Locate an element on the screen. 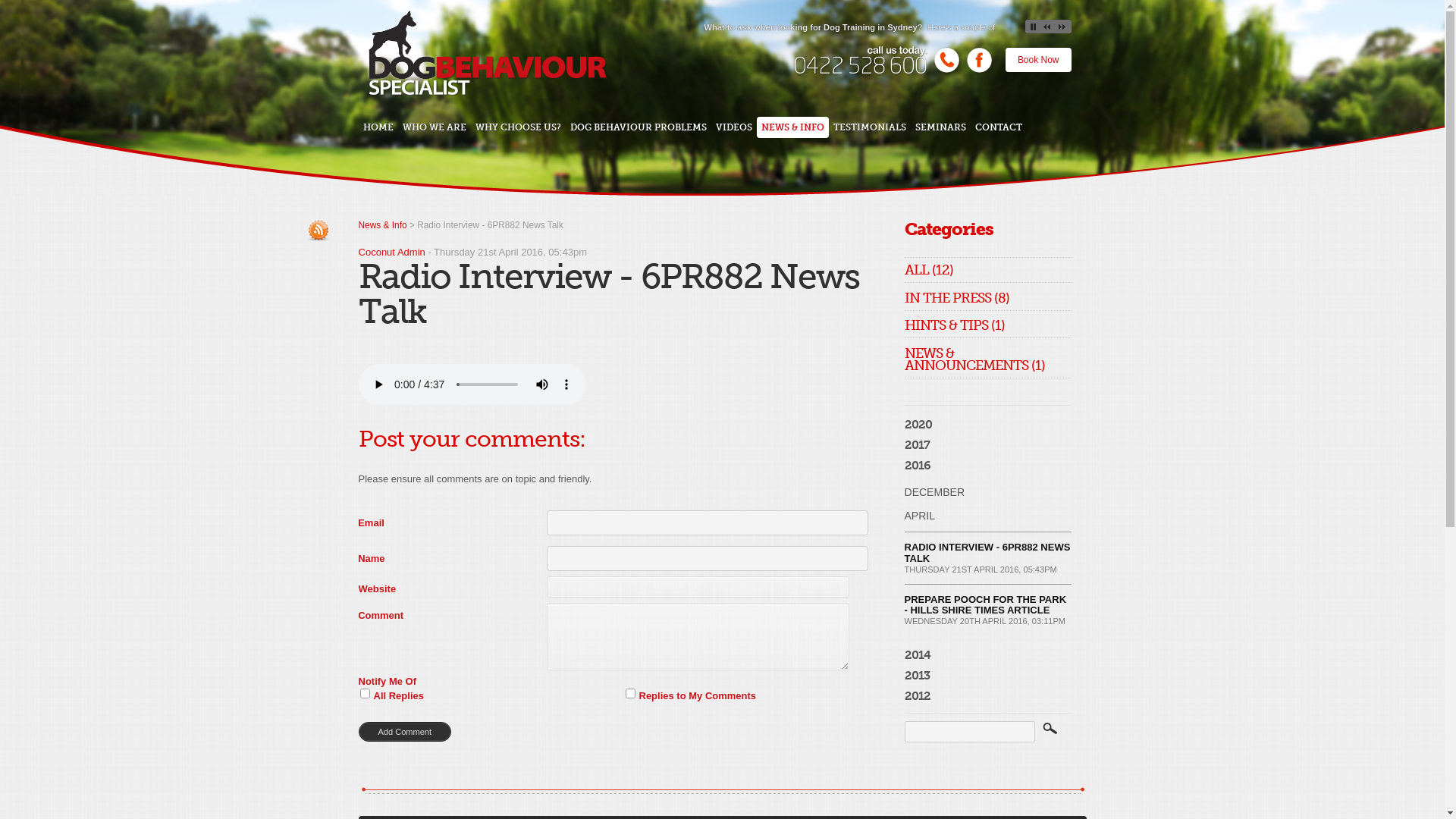  'WHY CHOOSE US?' is located at coordinates (518, 127).